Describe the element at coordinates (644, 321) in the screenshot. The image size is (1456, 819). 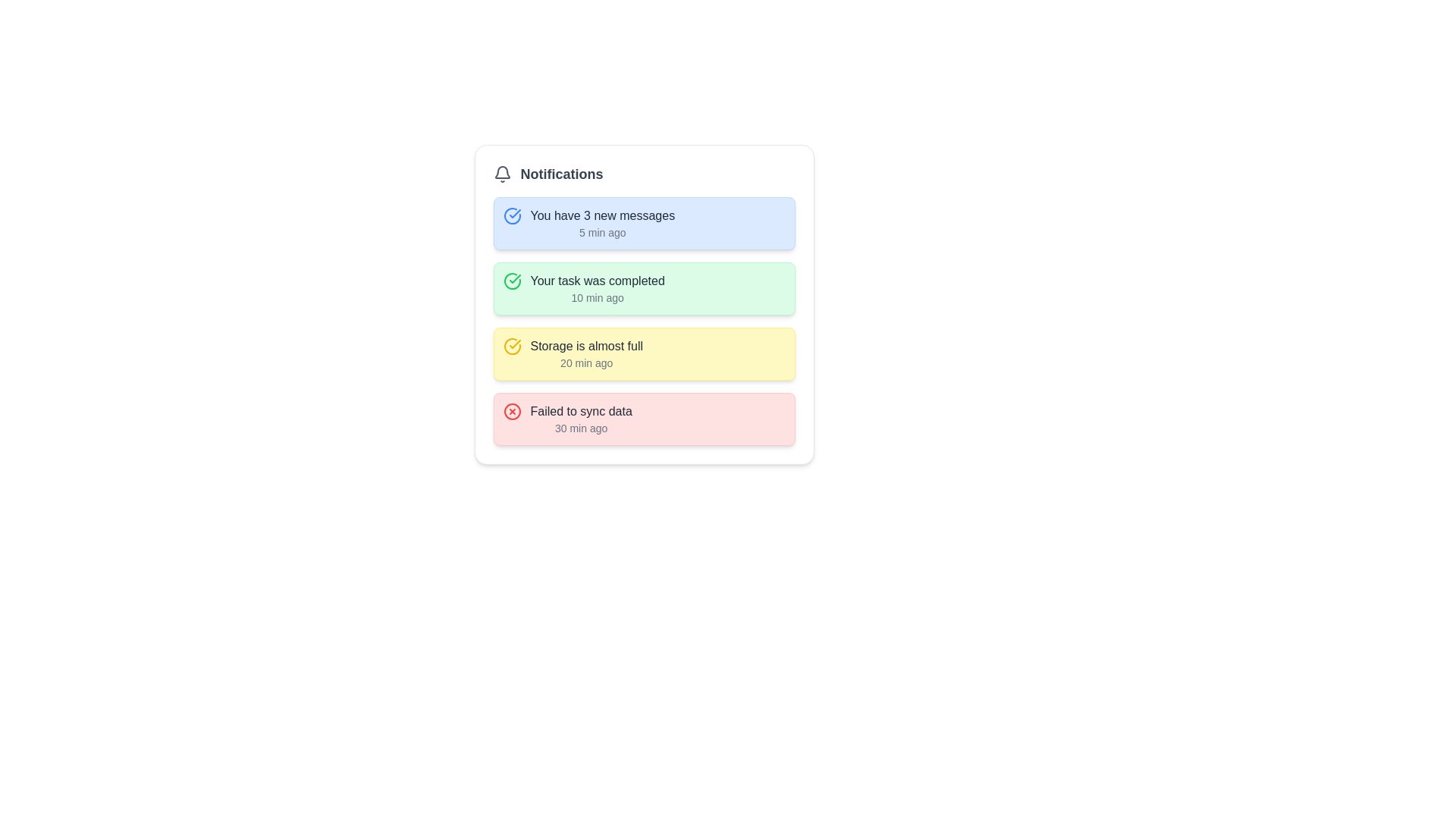
I see `the third notification item, which is part of a notification panel with a white background` at that location.